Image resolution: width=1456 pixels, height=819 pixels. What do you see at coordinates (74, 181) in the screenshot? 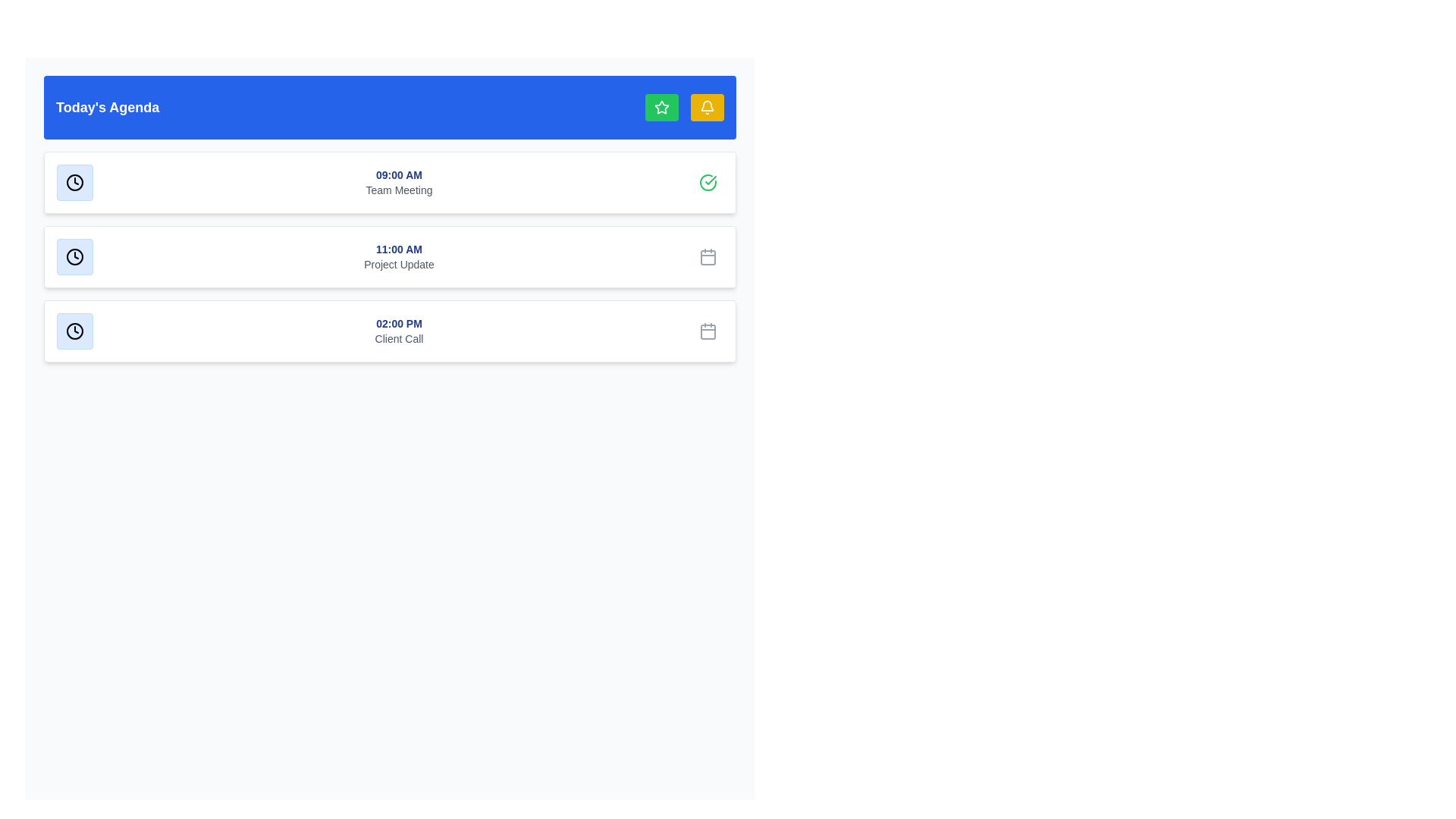
I see `the decorative SVG Circle that is part of the clock icon in the top-left corner of the first event entry under 'Today's Agenda'` at bounding box center [74, 181].